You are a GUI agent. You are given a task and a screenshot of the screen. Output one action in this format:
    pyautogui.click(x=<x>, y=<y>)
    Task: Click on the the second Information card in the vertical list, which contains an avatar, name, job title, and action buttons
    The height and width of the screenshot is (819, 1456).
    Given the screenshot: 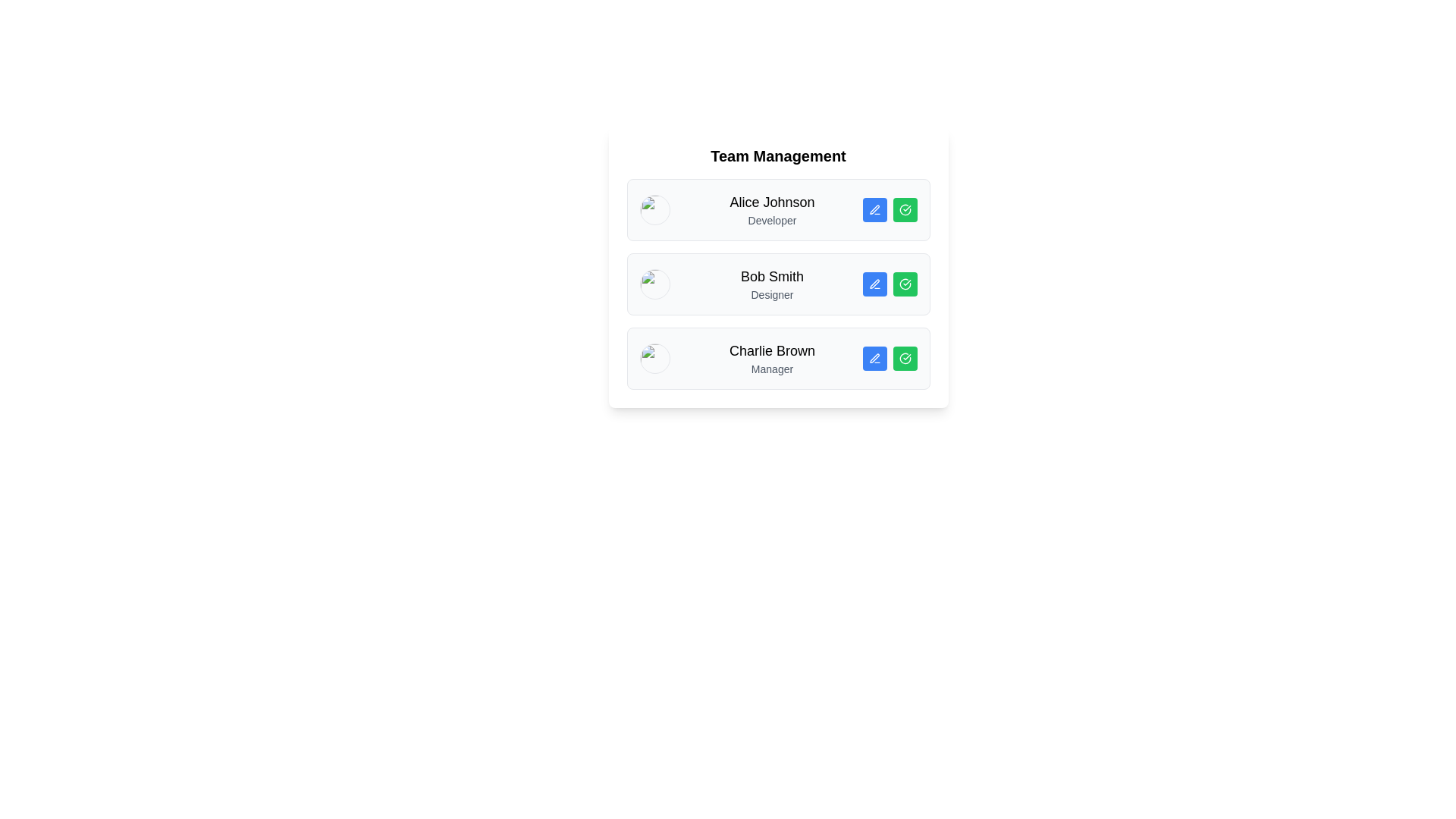 What is the action you would take?
    pyautogui.click(x=778, y=284)
    